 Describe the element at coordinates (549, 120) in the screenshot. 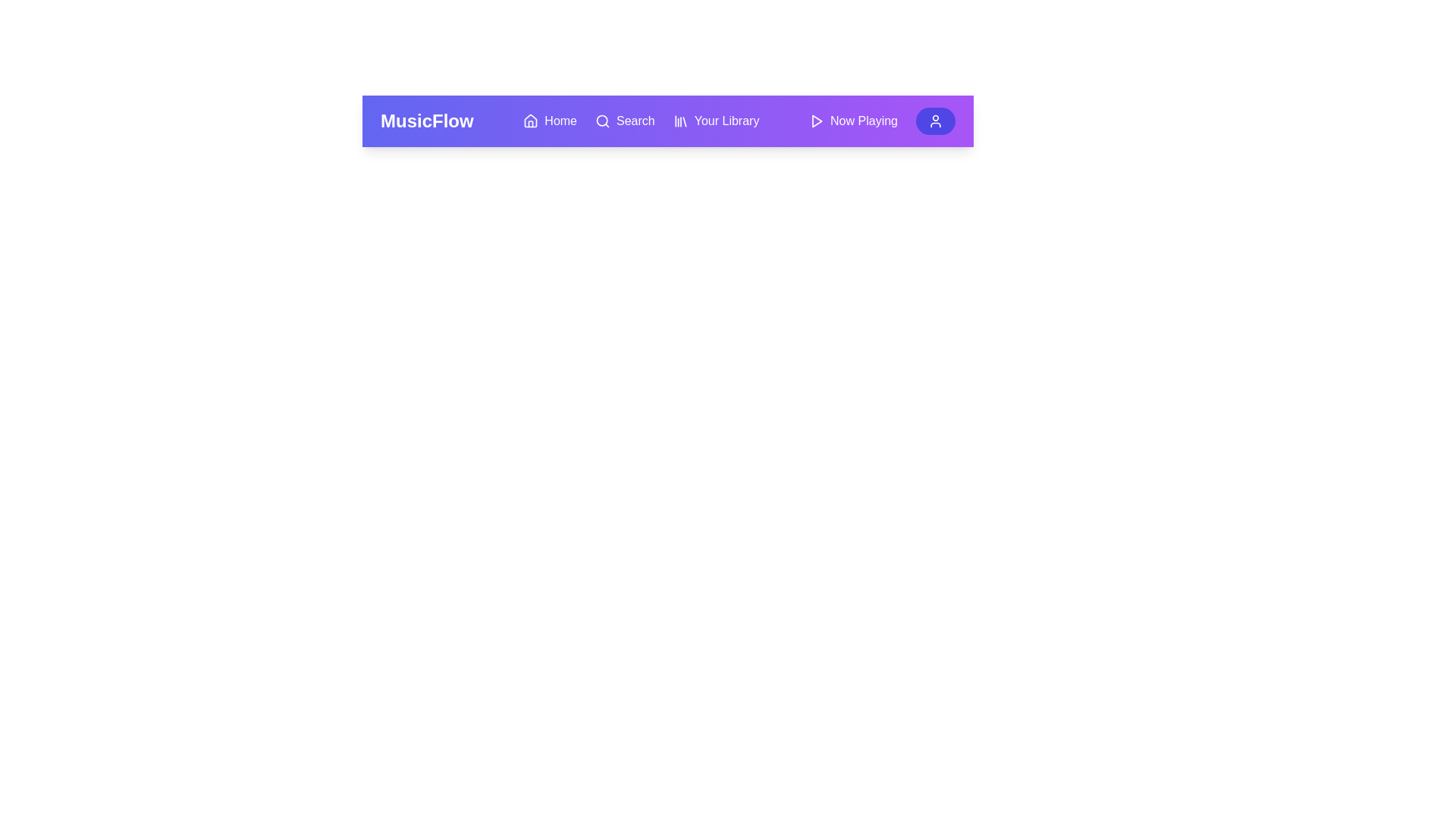

I see `the 'Home' button to navigate to the home page` at that location.